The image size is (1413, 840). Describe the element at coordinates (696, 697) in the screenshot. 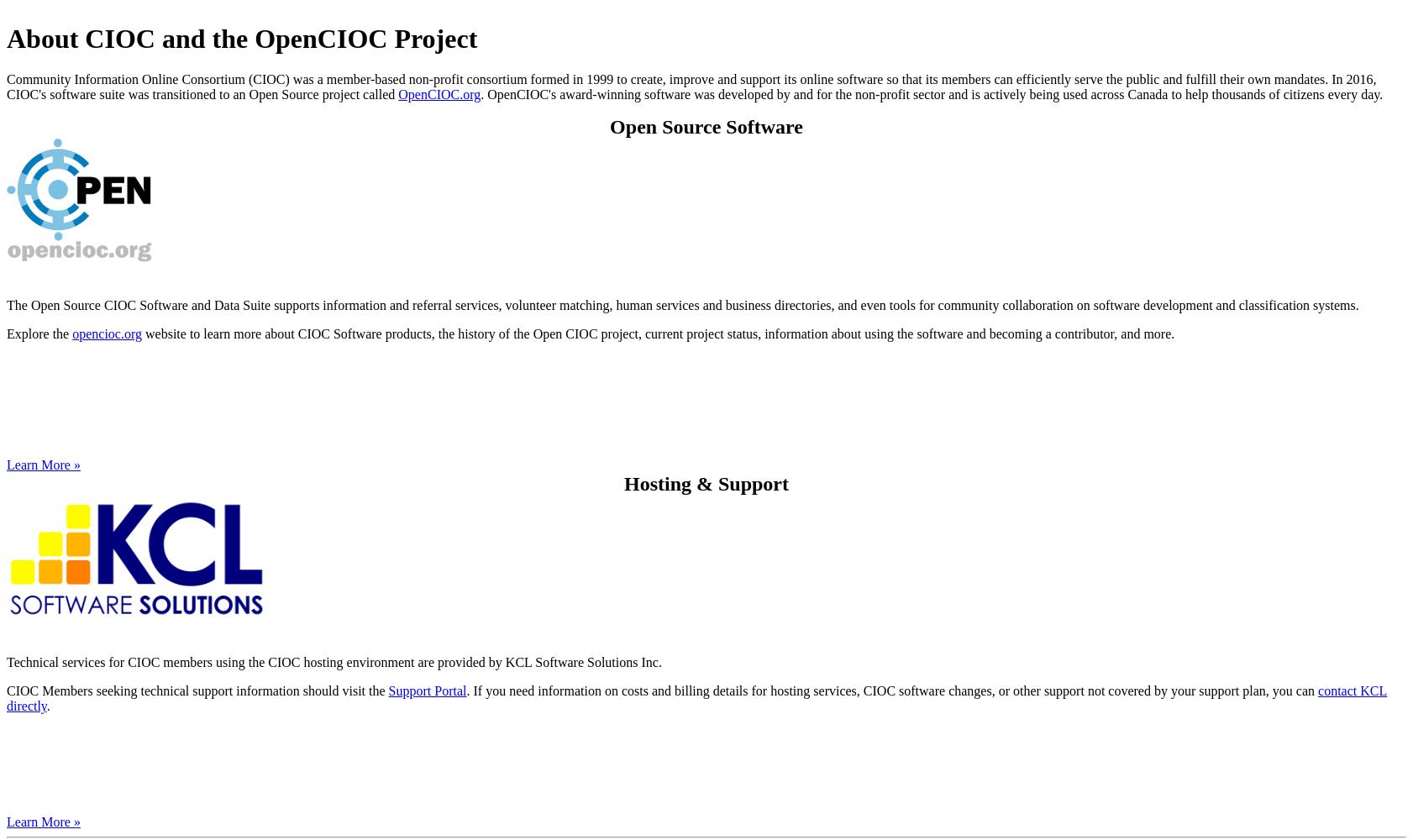

I see `'contact KCL directly'` at that location.